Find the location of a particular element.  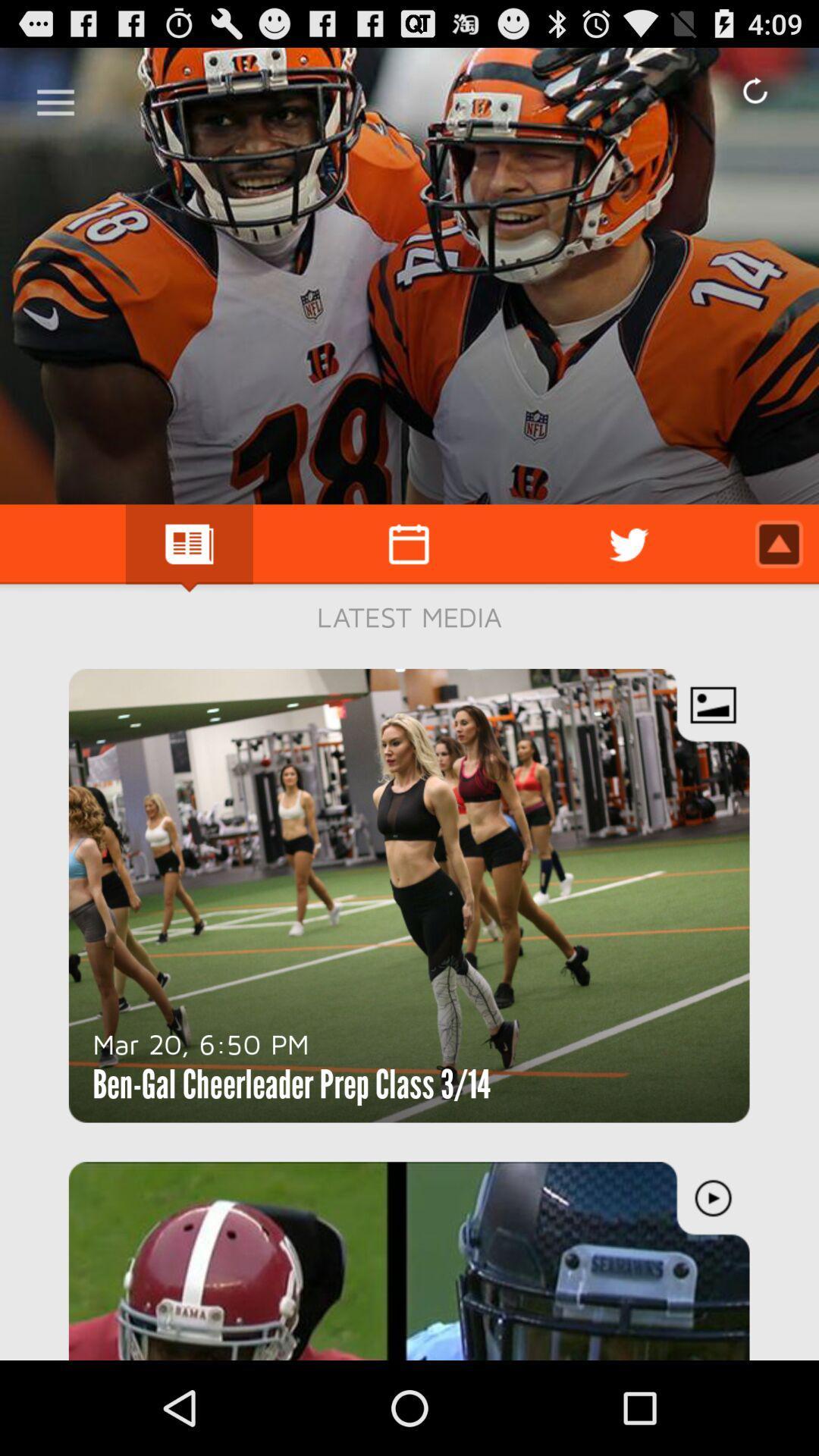

the icon below mar 20 6 icon is located at coordinates (291, 1084).